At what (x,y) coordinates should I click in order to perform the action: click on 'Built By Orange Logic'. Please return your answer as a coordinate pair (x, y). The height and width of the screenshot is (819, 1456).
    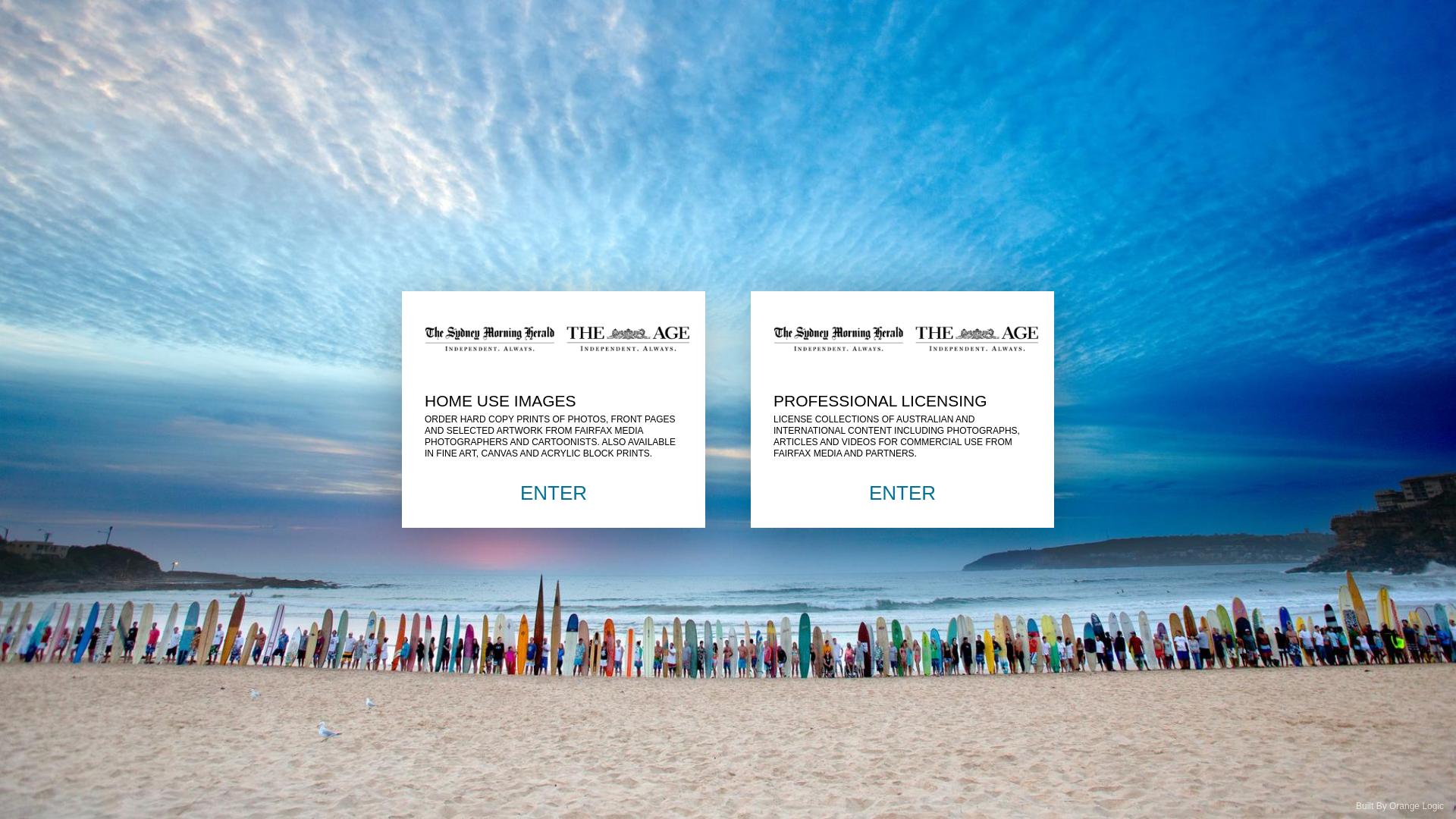
    Looking at the image, I should click on (1399, 805).